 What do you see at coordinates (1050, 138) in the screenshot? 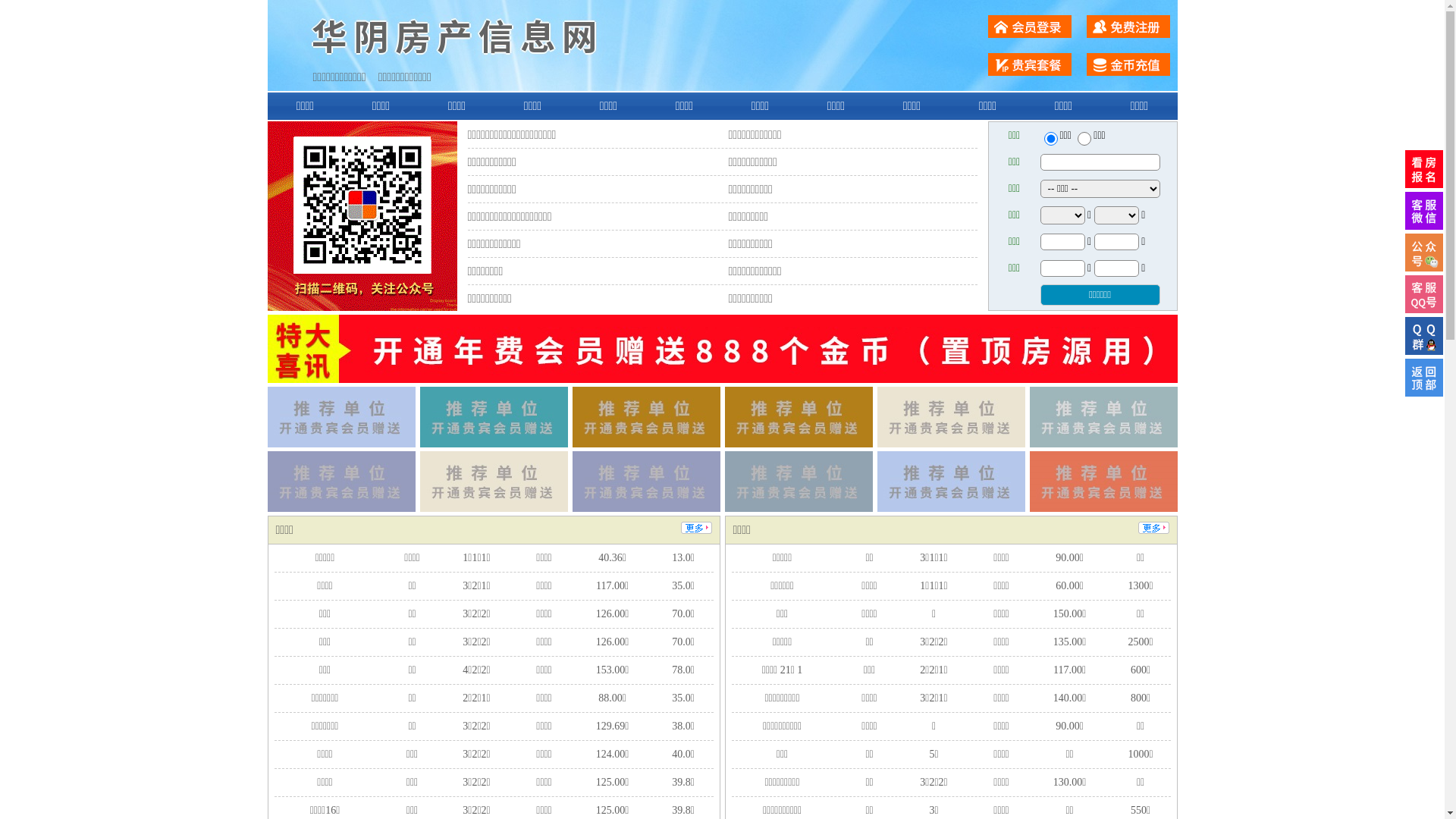
I see `'ershou'` at bounding box center [1050, 138].